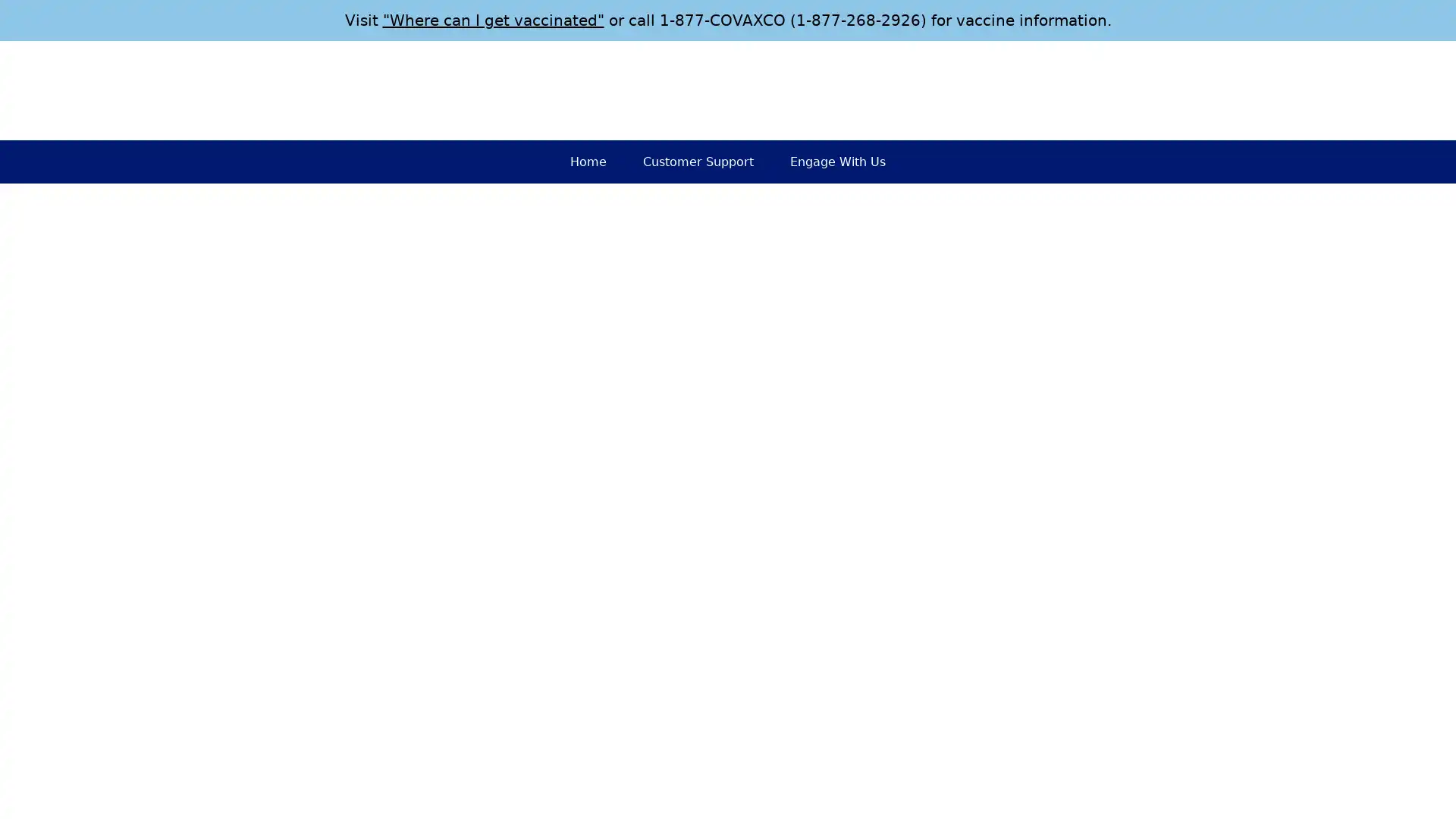 The image size is (1456, 819). I want to click on Search the website, so click(1238, 91).